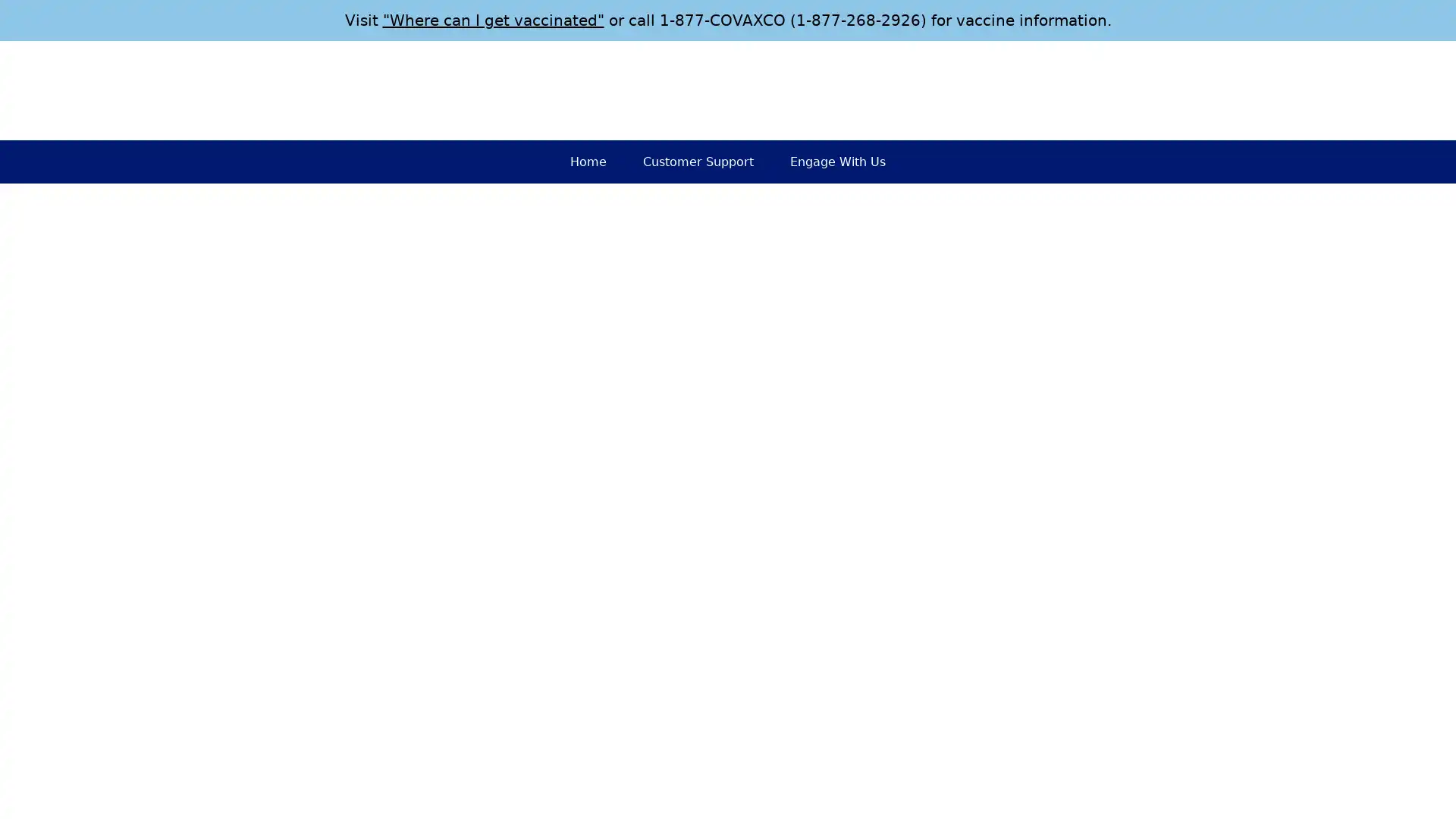 The image size is (1456, 819). I want to click on Search the website, so click(1238, 91).